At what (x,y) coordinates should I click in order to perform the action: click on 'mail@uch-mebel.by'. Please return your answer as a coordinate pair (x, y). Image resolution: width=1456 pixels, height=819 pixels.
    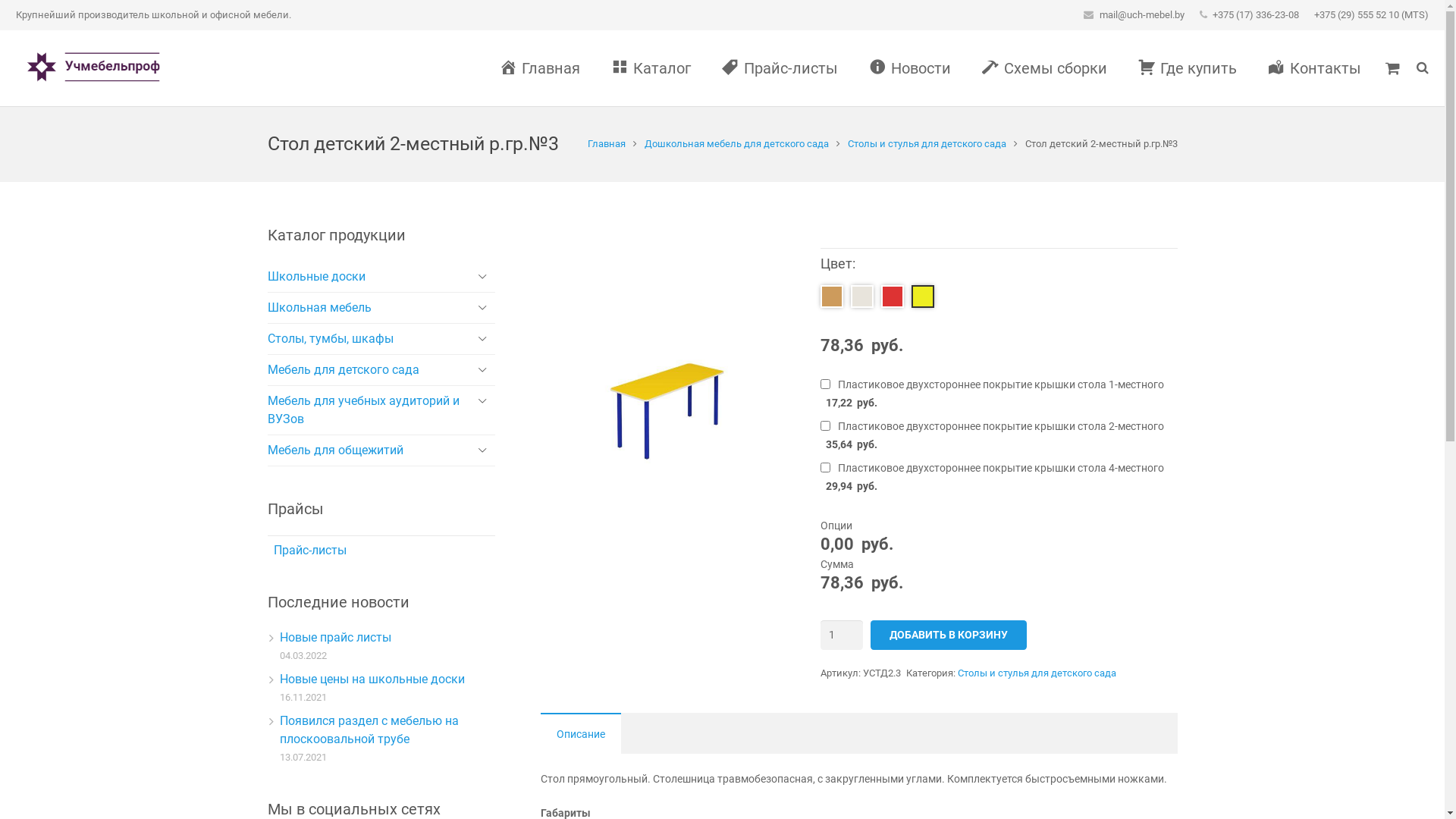
    Looking at the image, I should click on (1142, 14).